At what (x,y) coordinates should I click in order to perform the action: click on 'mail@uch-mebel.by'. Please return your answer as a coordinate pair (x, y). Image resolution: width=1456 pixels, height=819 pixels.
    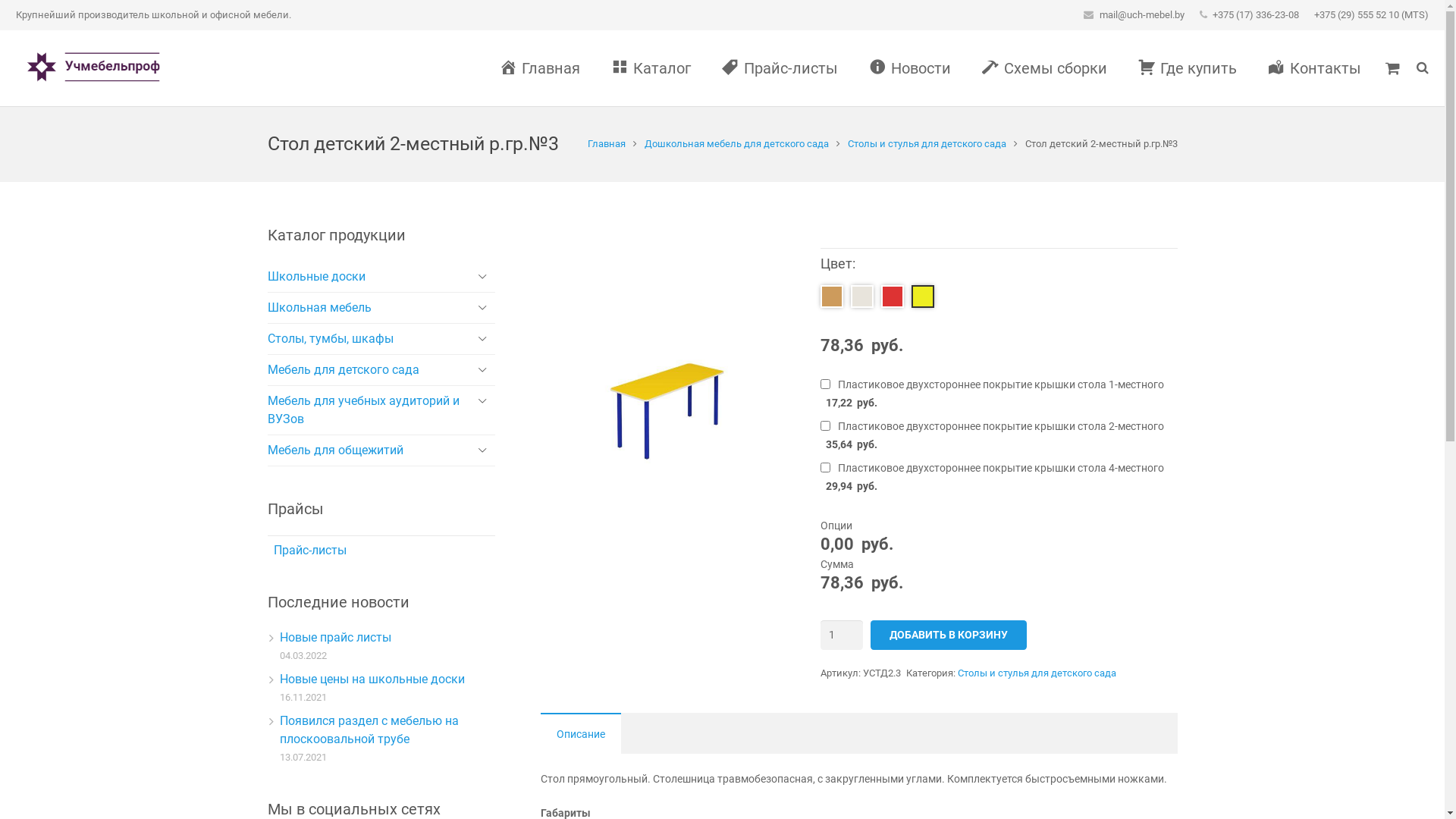
    Looking at the image, I should click on (1142, 14).